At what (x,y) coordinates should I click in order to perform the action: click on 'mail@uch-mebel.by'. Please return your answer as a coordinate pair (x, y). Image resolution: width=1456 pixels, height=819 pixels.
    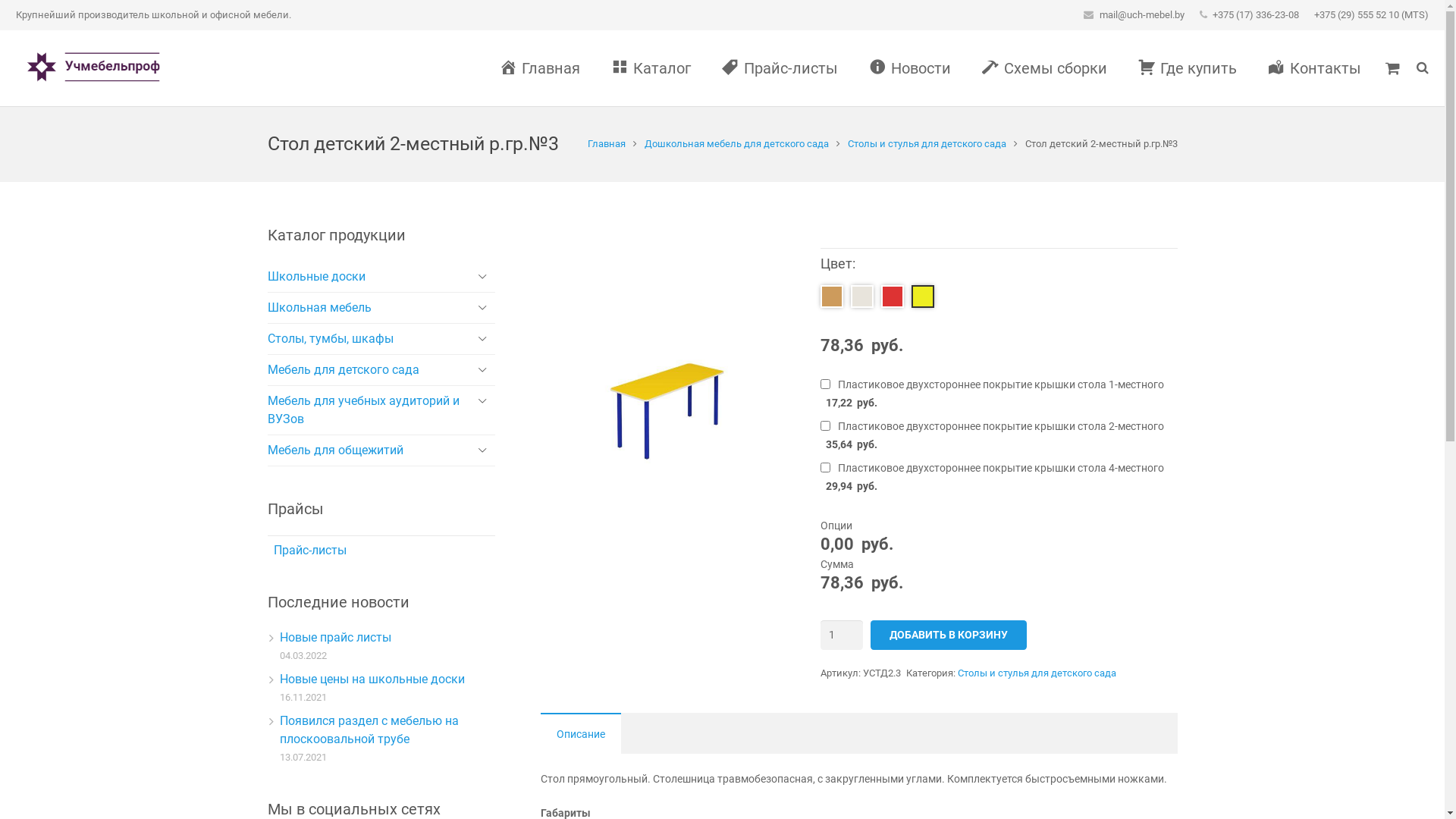
    Looking at the image, I should click on (1142, 14).